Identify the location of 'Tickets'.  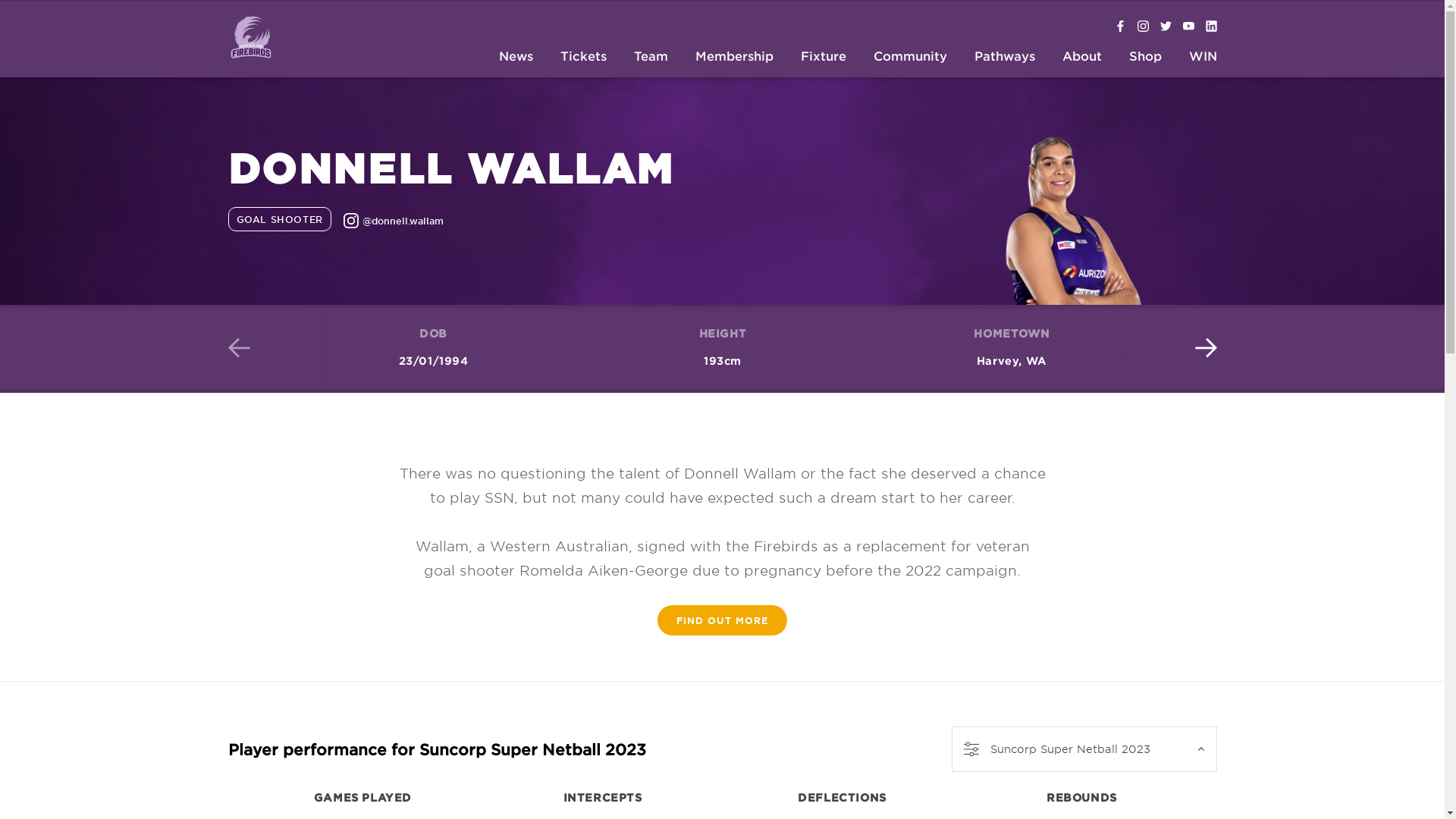
(582, 57).